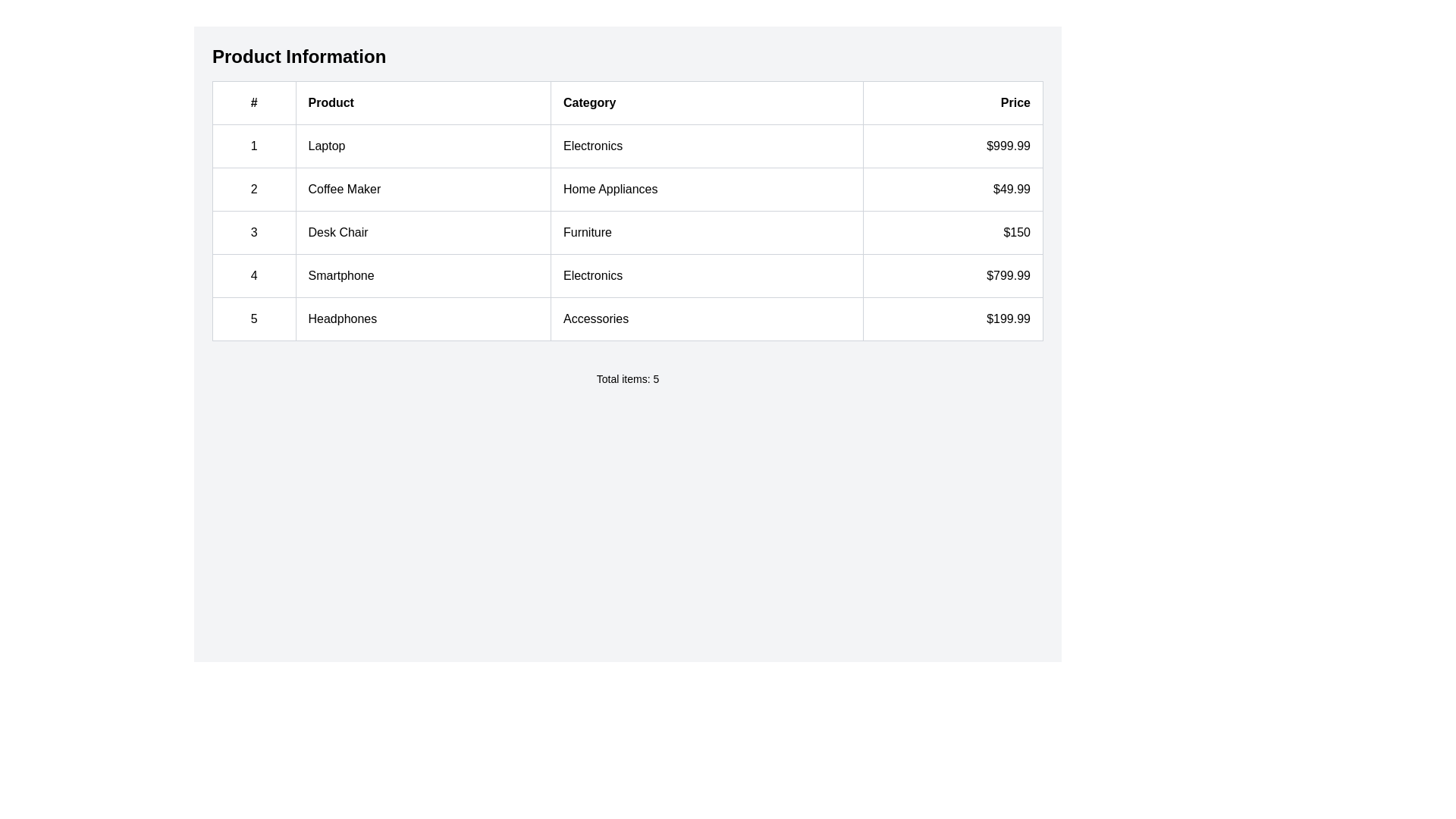 The image size is (1456, 819). Describe the element at coordinates (628, 378) in the screenshot. I see `the static text block displaying 'Total items: 5', which is centered below the product data table` at that location.